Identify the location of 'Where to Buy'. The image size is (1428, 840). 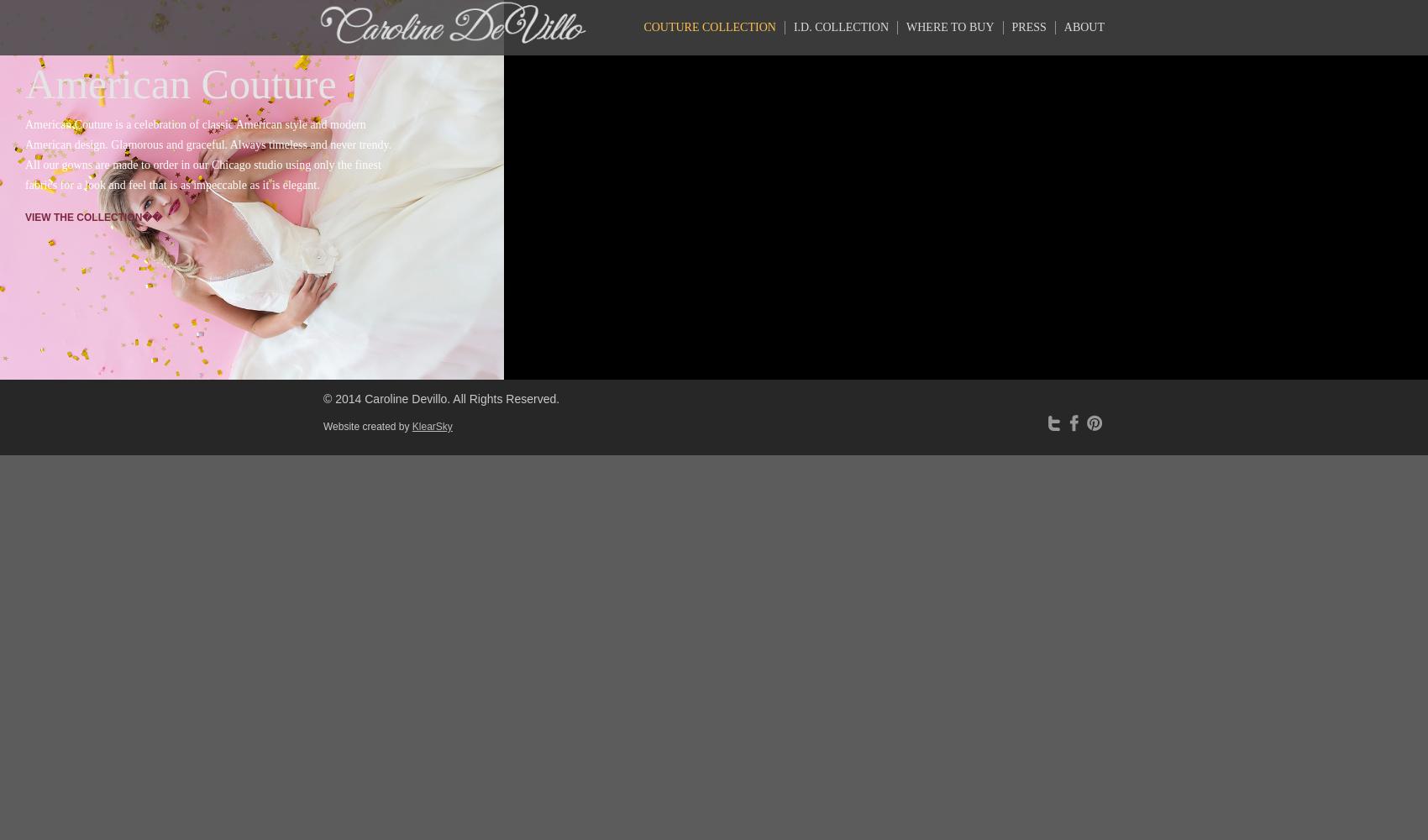
(906, 27).